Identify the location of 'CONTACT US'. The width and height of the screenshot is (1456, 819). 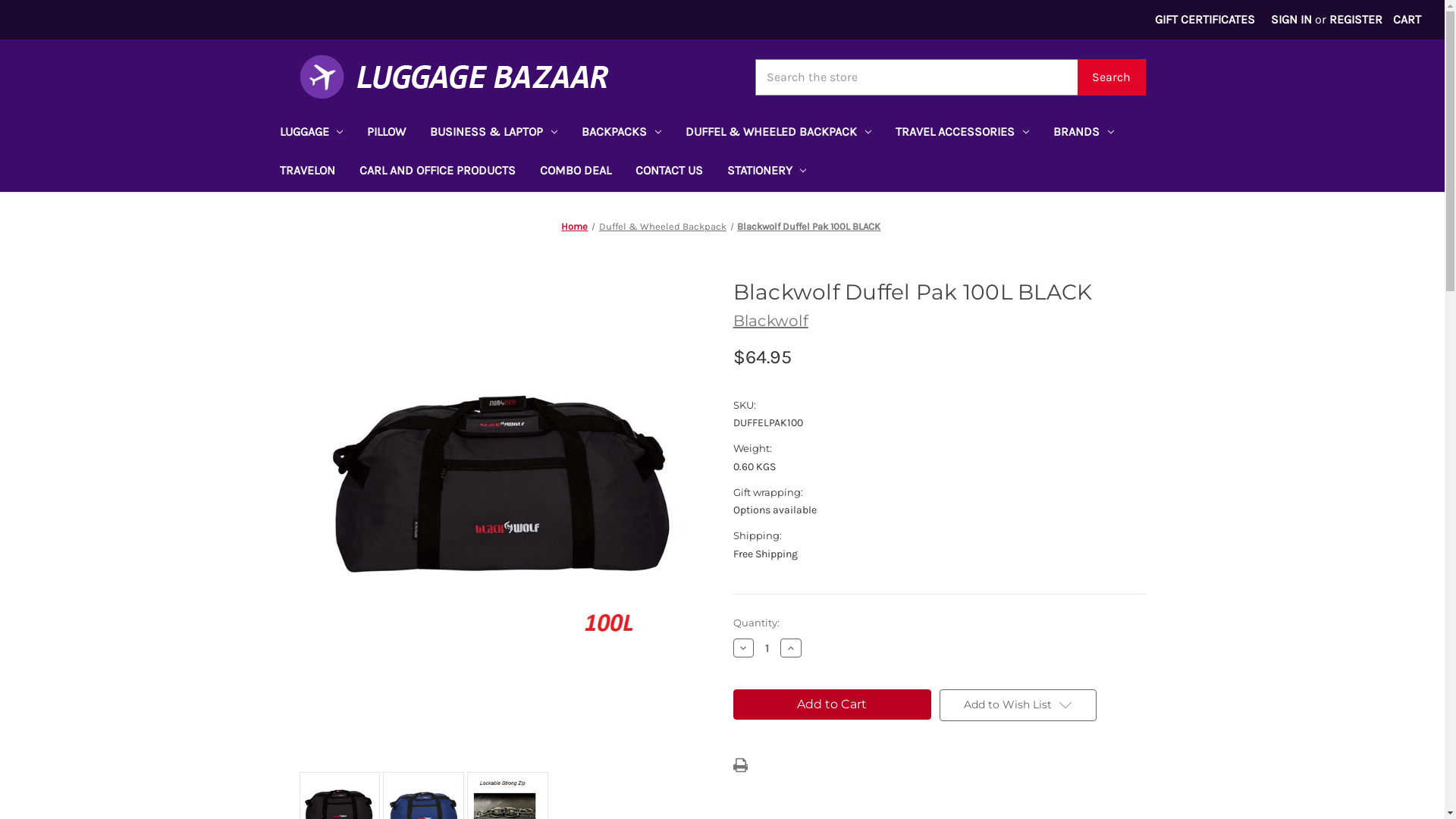
(623, 171).